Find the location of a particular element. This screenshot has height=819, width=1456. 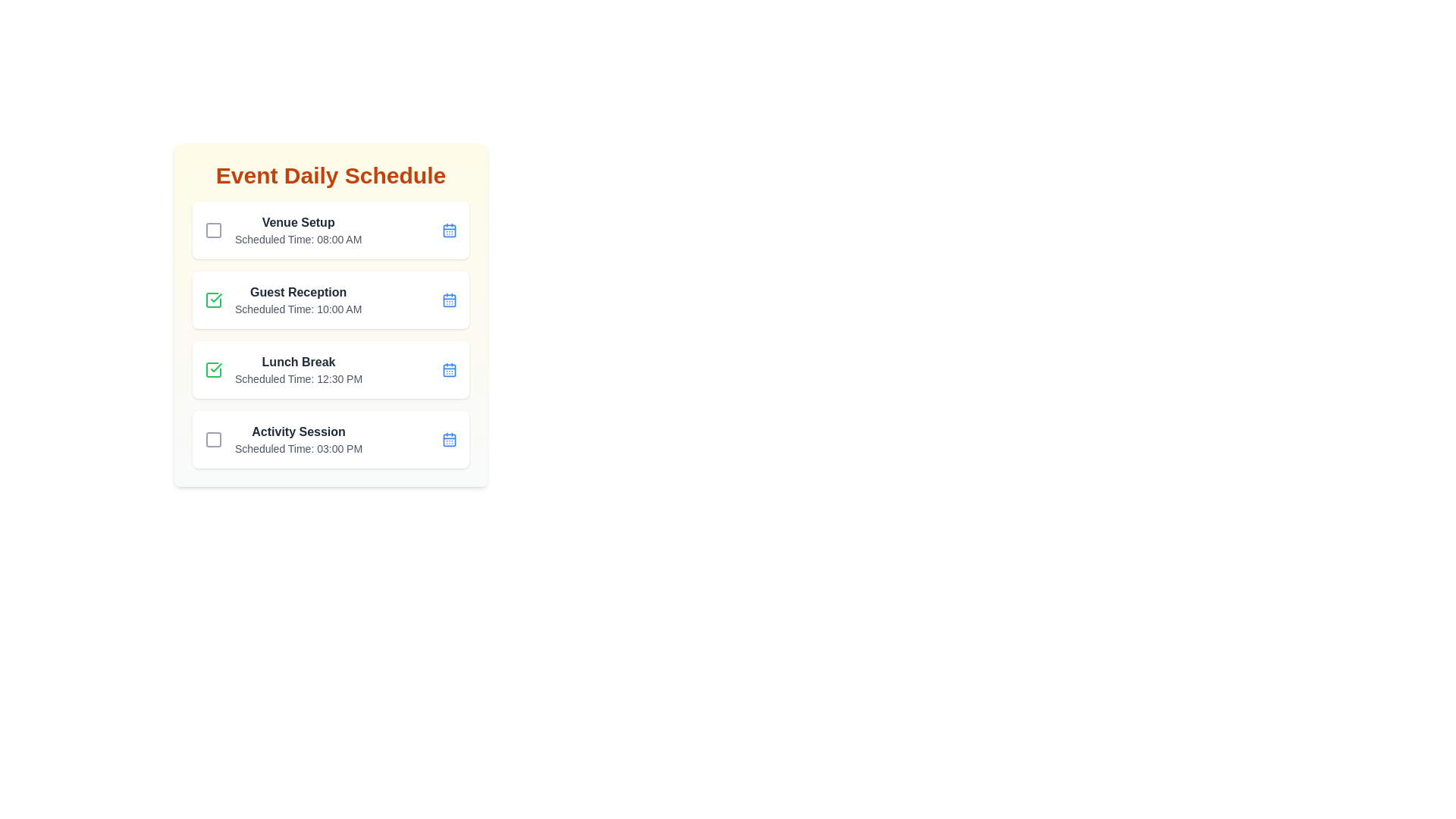

the calendar icon next to the task to view its details is located at coordinates (449, 231).